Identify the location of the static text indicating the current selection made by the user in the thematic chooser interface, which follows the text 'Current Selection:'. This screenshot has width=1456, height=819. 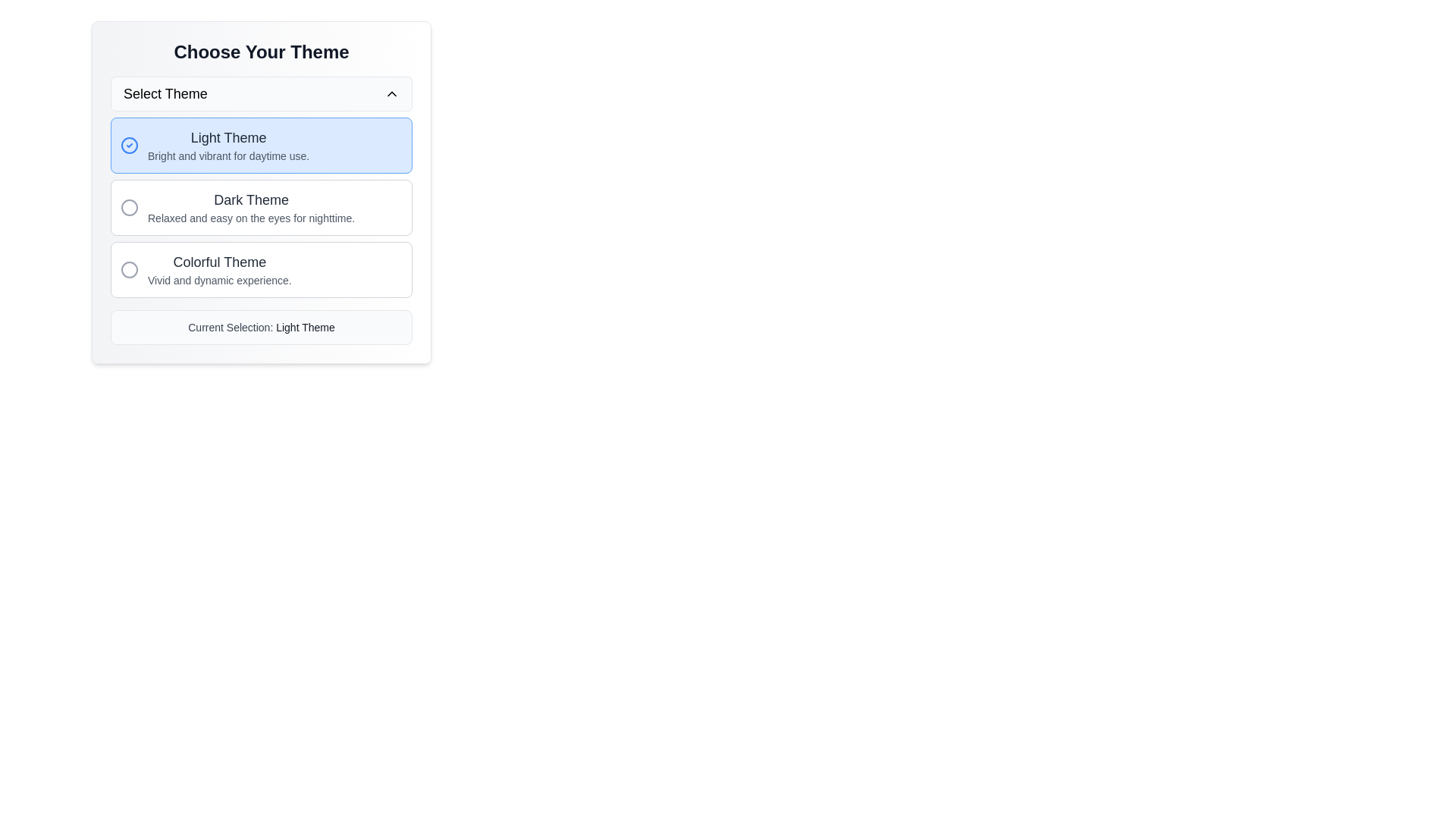
(305, 327).